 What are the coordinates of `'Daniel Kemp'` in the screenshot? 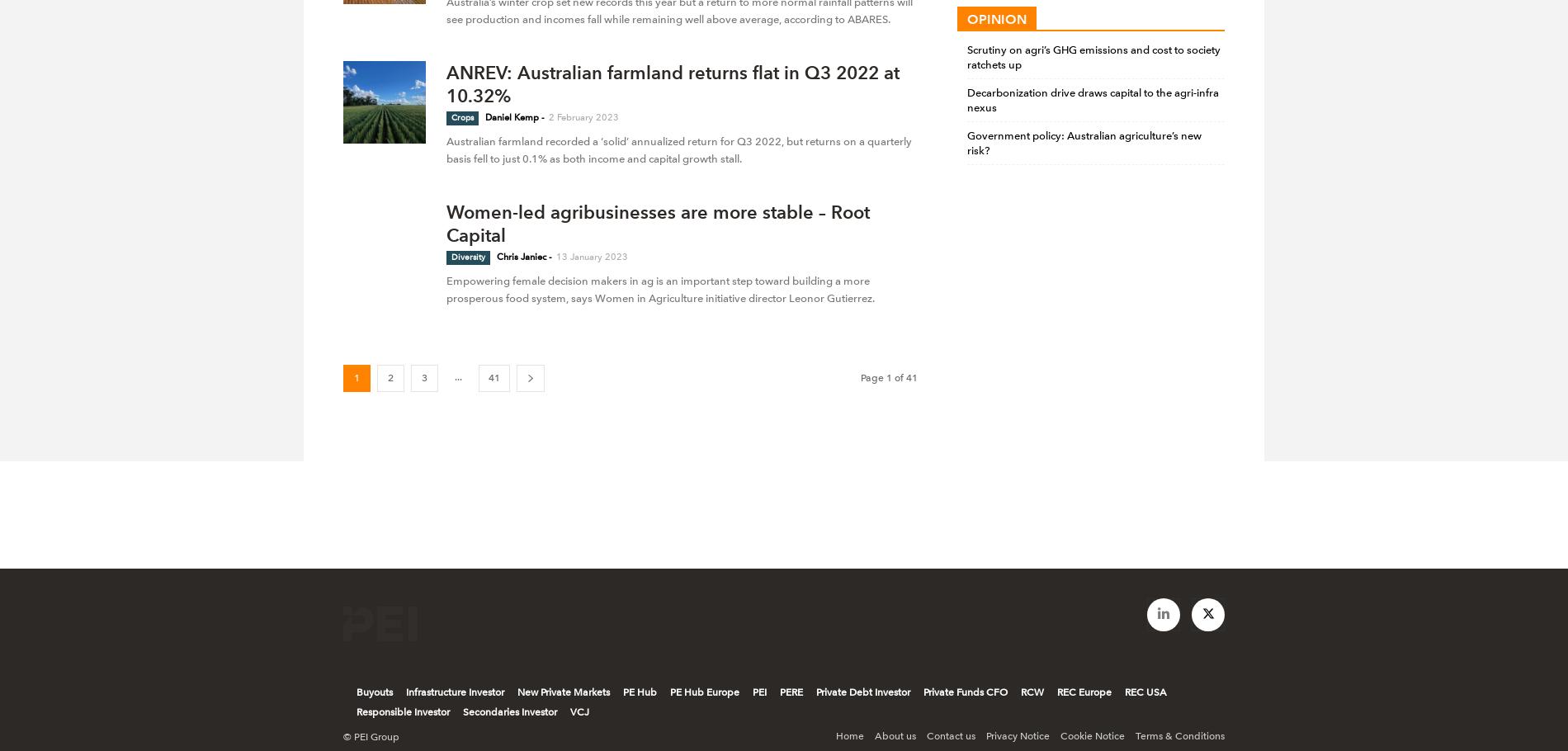 It's located at (512, 116).